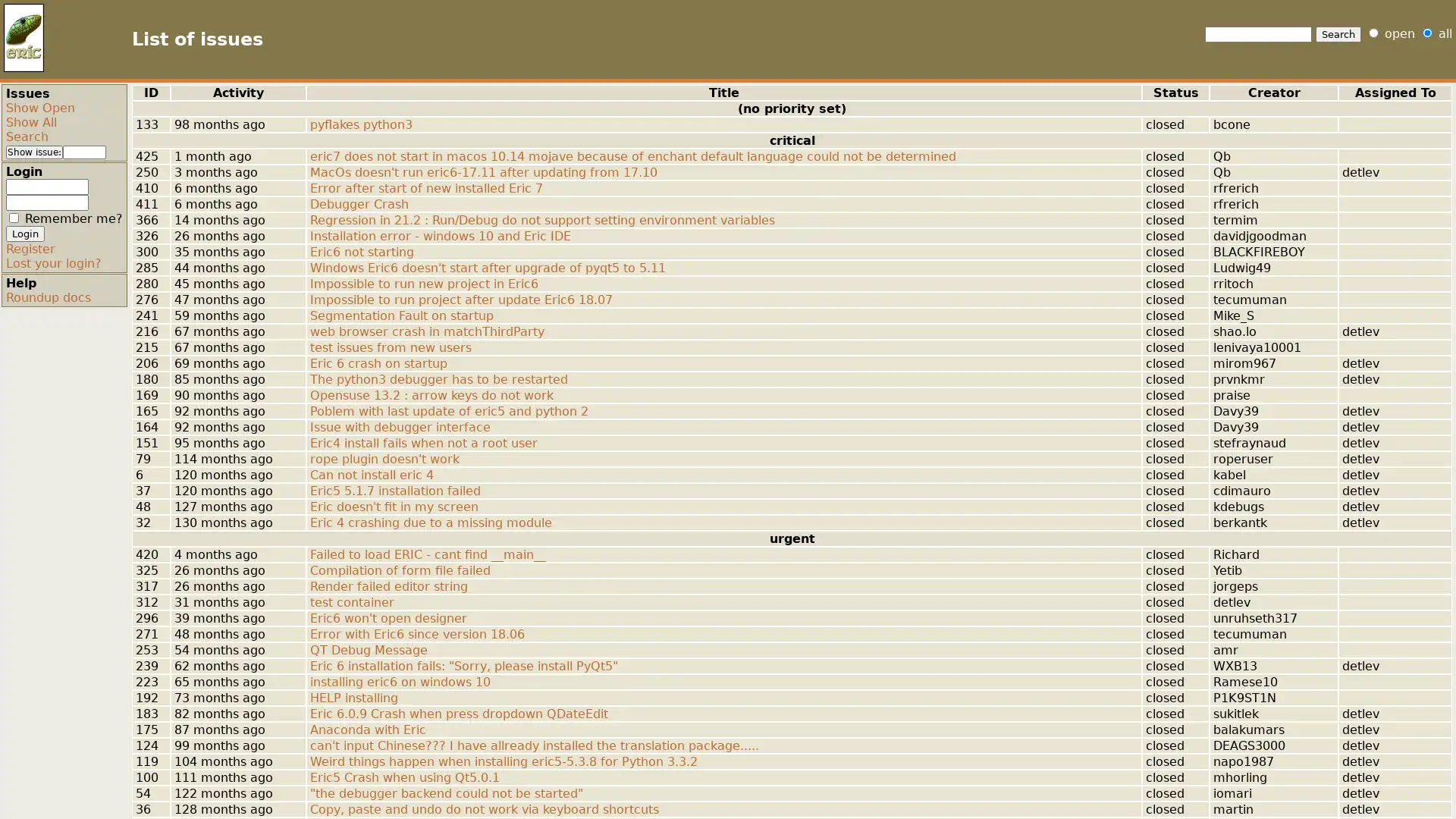 The image size is (1456, 819). I want to click on Login, so click(25, 234).